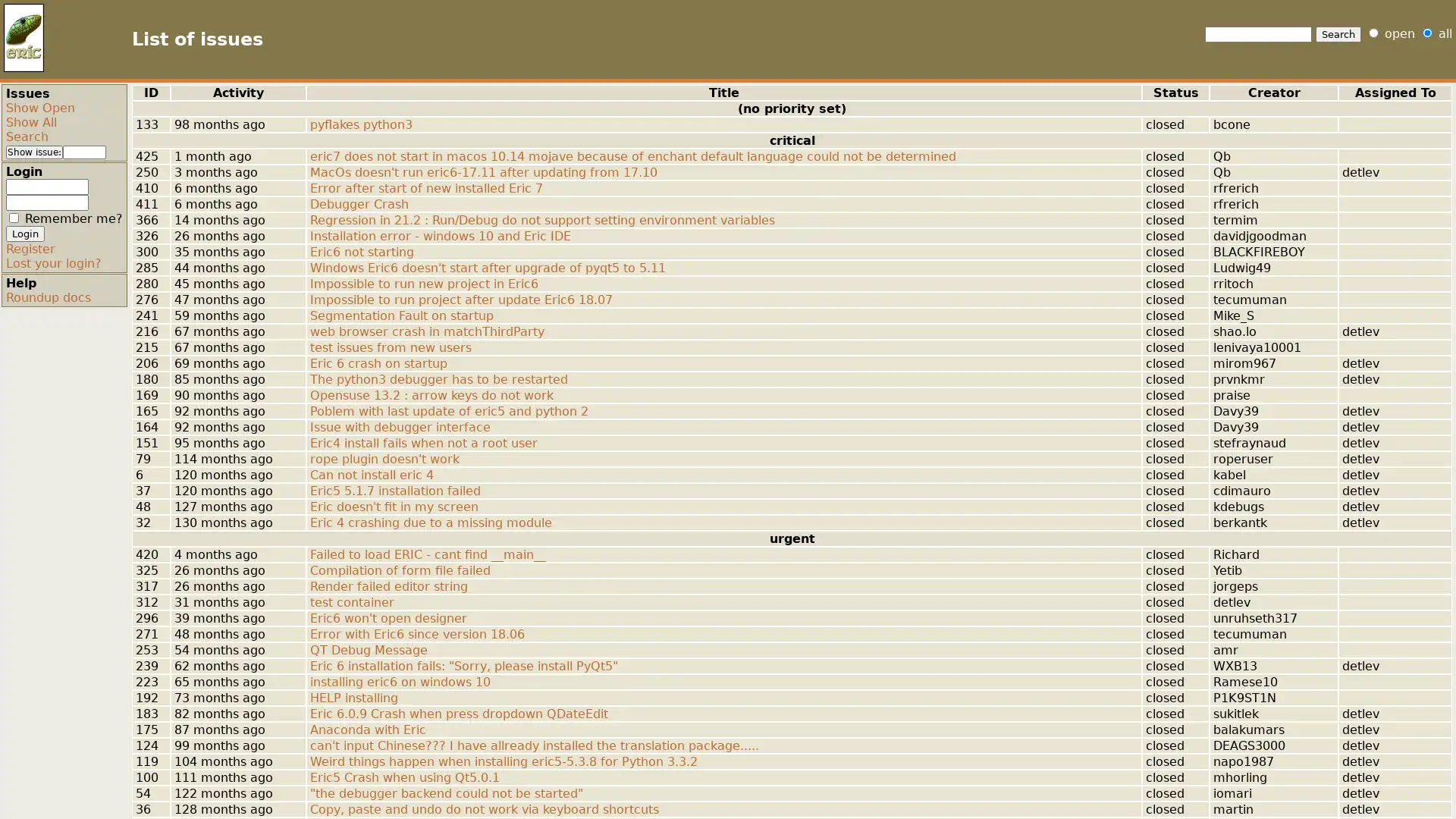 The image size is (1456, 819). I want to click on Login, so click(25, 234).